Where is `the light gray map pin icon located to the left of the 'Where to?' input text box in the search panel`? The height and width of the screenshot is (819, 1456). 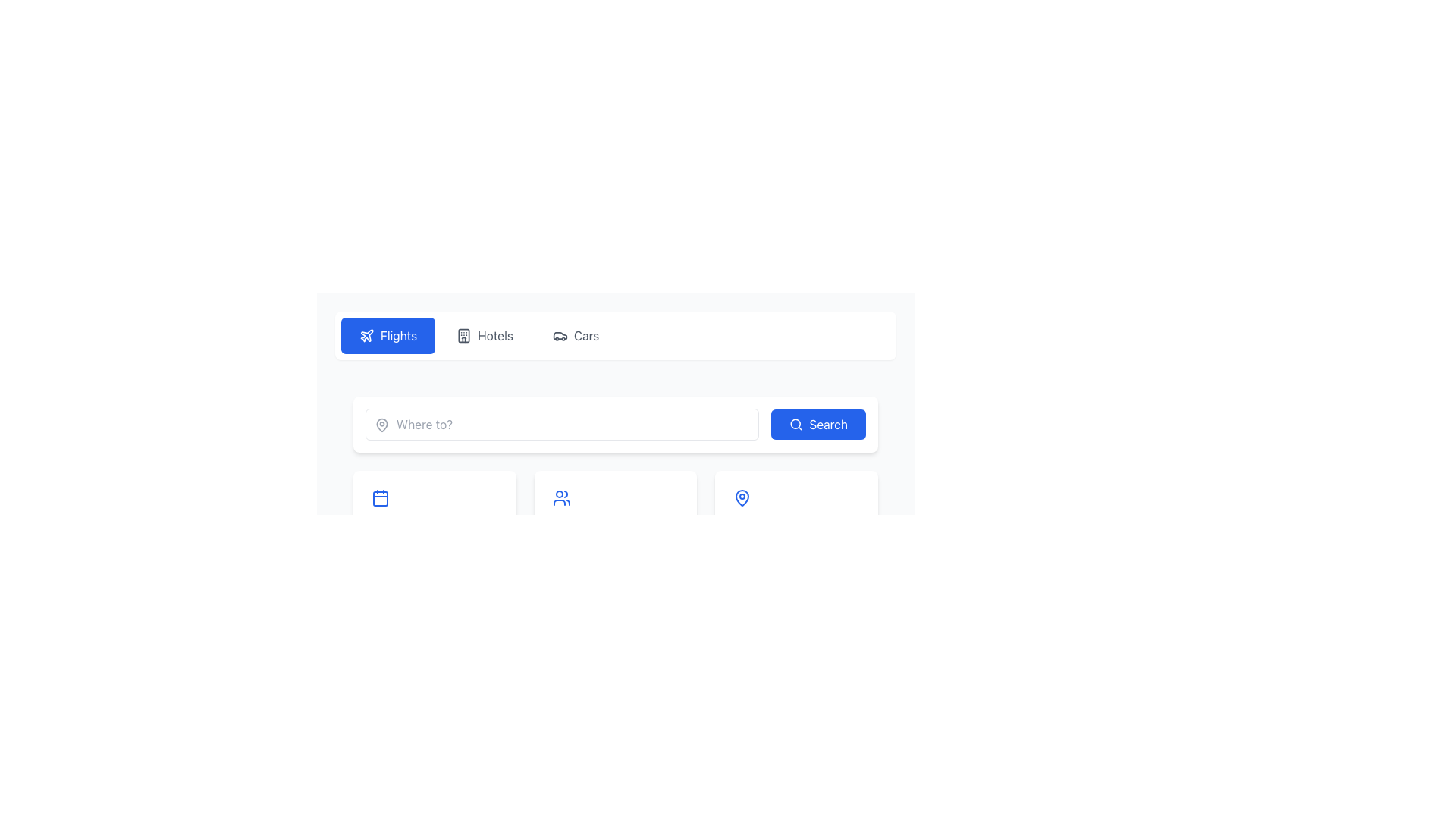 the light gray map pin icon located to the left of the 'Where to?' input text box in the search panel is located at coordinates (382, 425).